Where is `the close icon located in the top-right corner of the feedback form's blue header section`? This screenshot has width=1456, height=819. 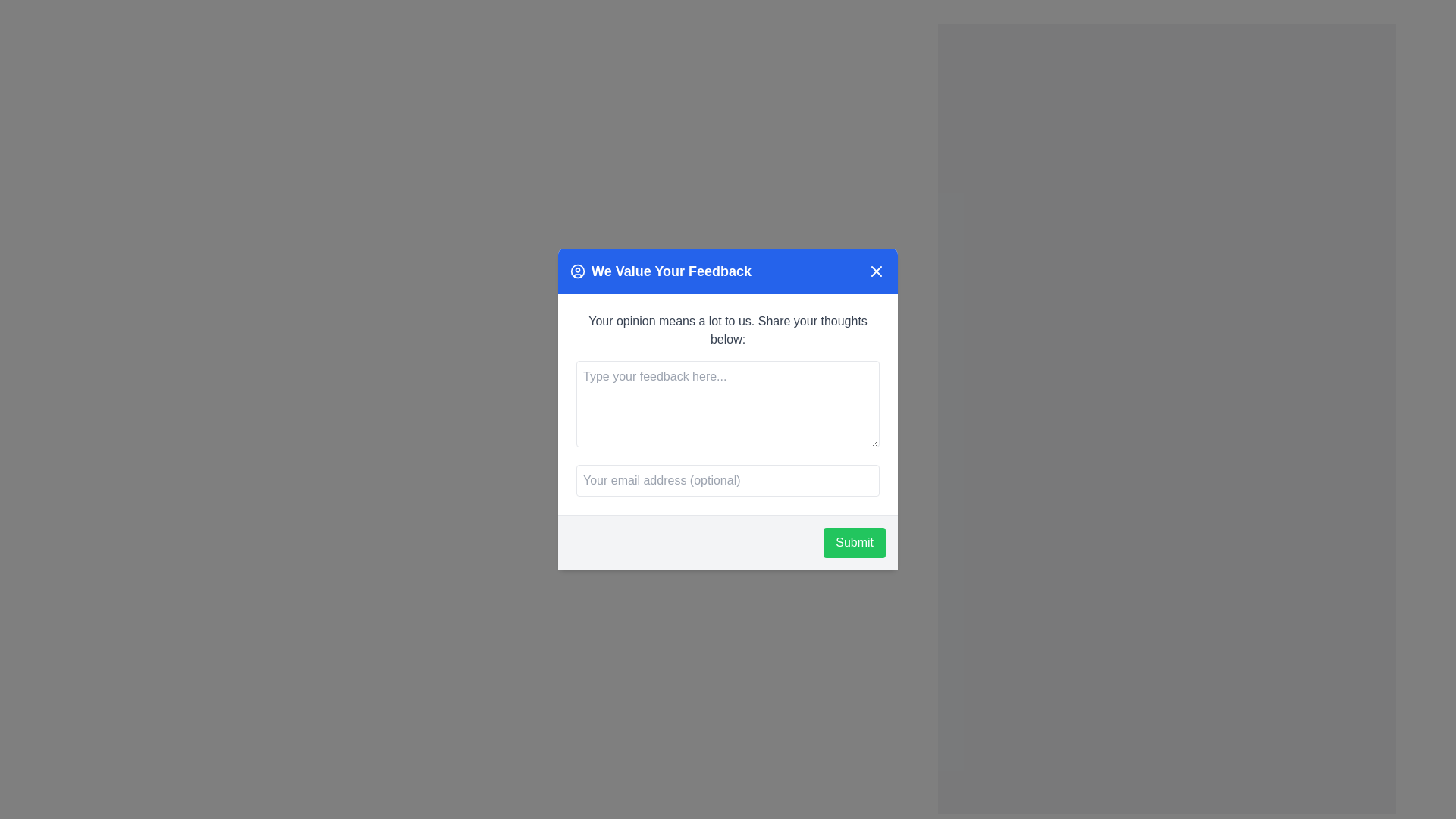
the close icon located in the top-right corner of the feedback form's blue header section is located at coordinates (877, 271).